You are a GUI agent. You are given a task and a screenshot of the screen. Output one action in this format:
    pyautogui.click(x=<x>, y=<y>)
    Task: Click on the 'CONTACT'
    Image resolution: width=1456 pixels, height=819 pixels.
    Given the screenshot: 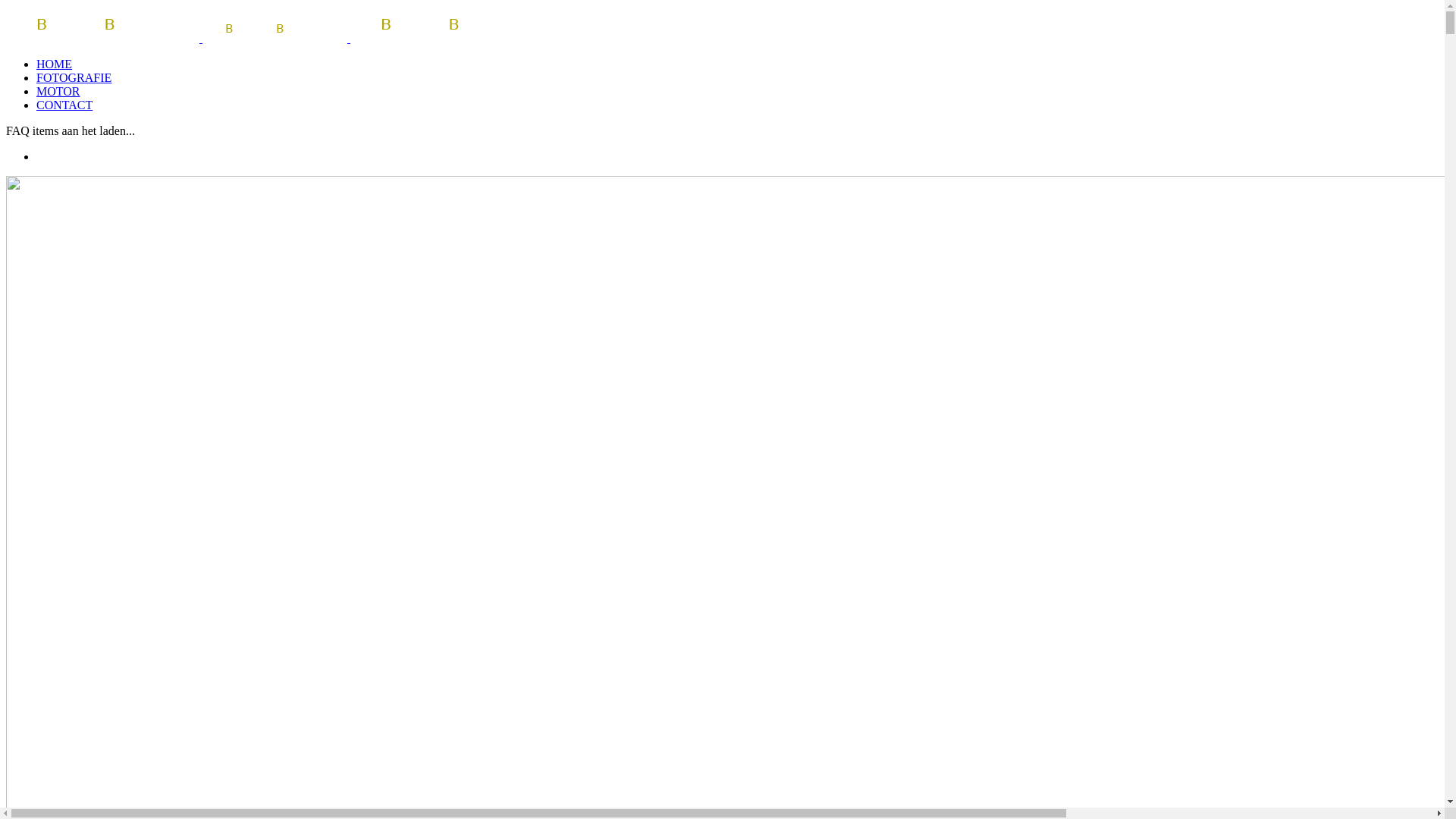 What is the action you would take?
    pyautogui.click(x=64, y=104)
    